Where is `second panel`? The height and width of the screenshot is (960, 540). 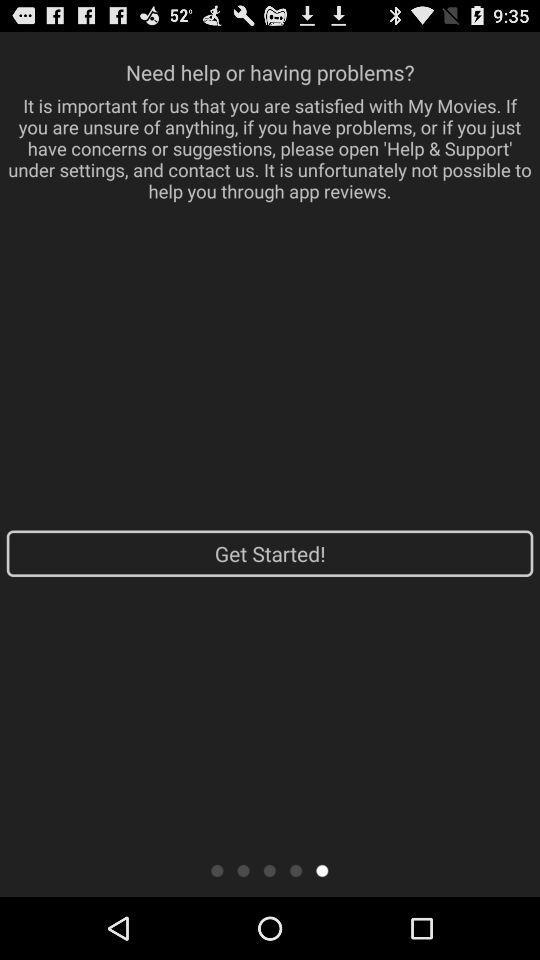 second panel is located at coordinates (243, 869).